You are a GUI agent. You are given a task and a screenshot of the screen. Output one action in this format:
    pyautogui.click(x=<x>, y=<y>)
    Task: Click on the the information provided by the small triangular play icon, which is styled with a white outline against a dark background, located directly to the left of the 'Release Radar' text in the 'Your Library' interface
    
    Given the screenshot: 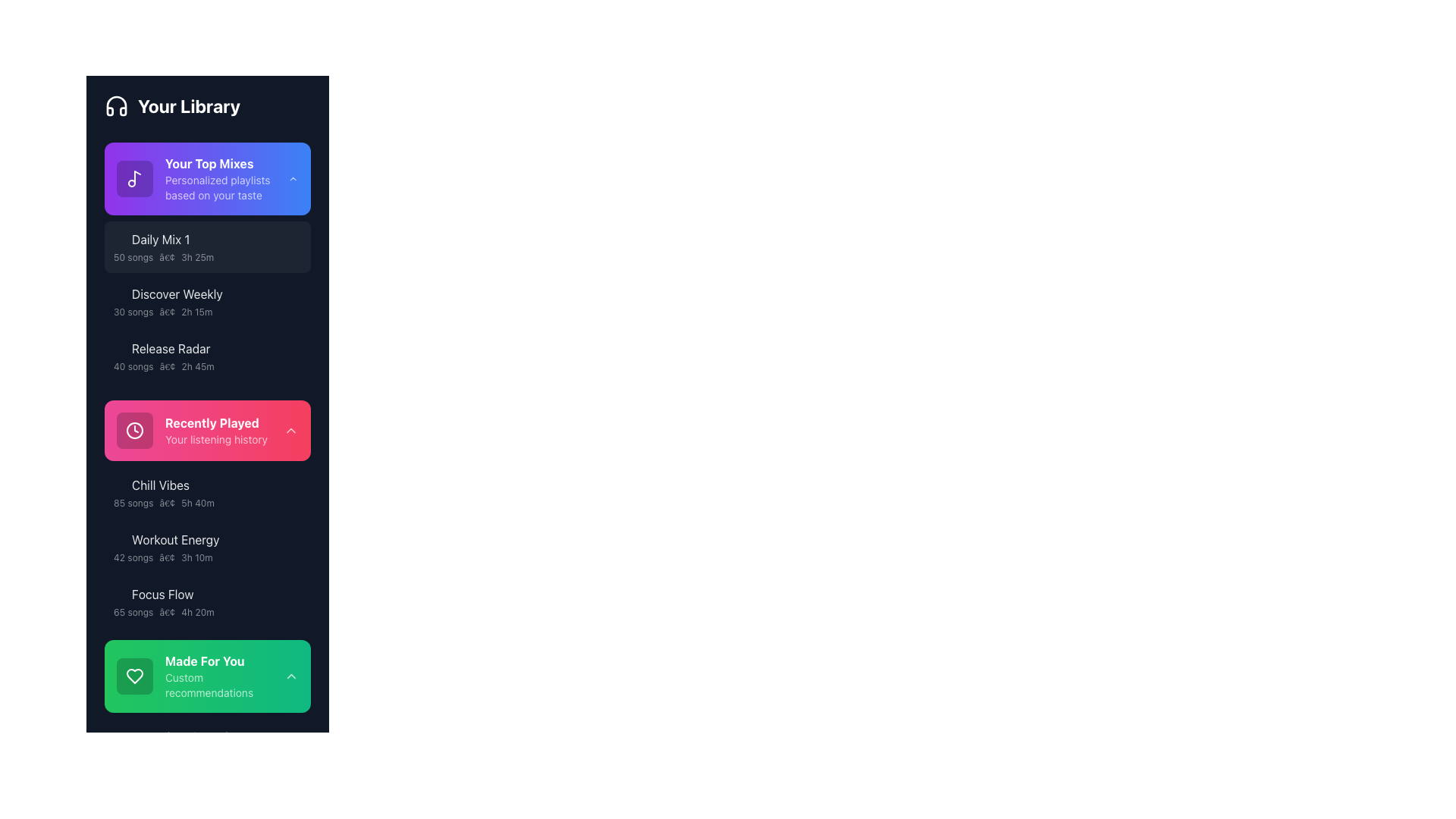 What is the action you would take?
    pyautogui.click(x=119, y=348)
    